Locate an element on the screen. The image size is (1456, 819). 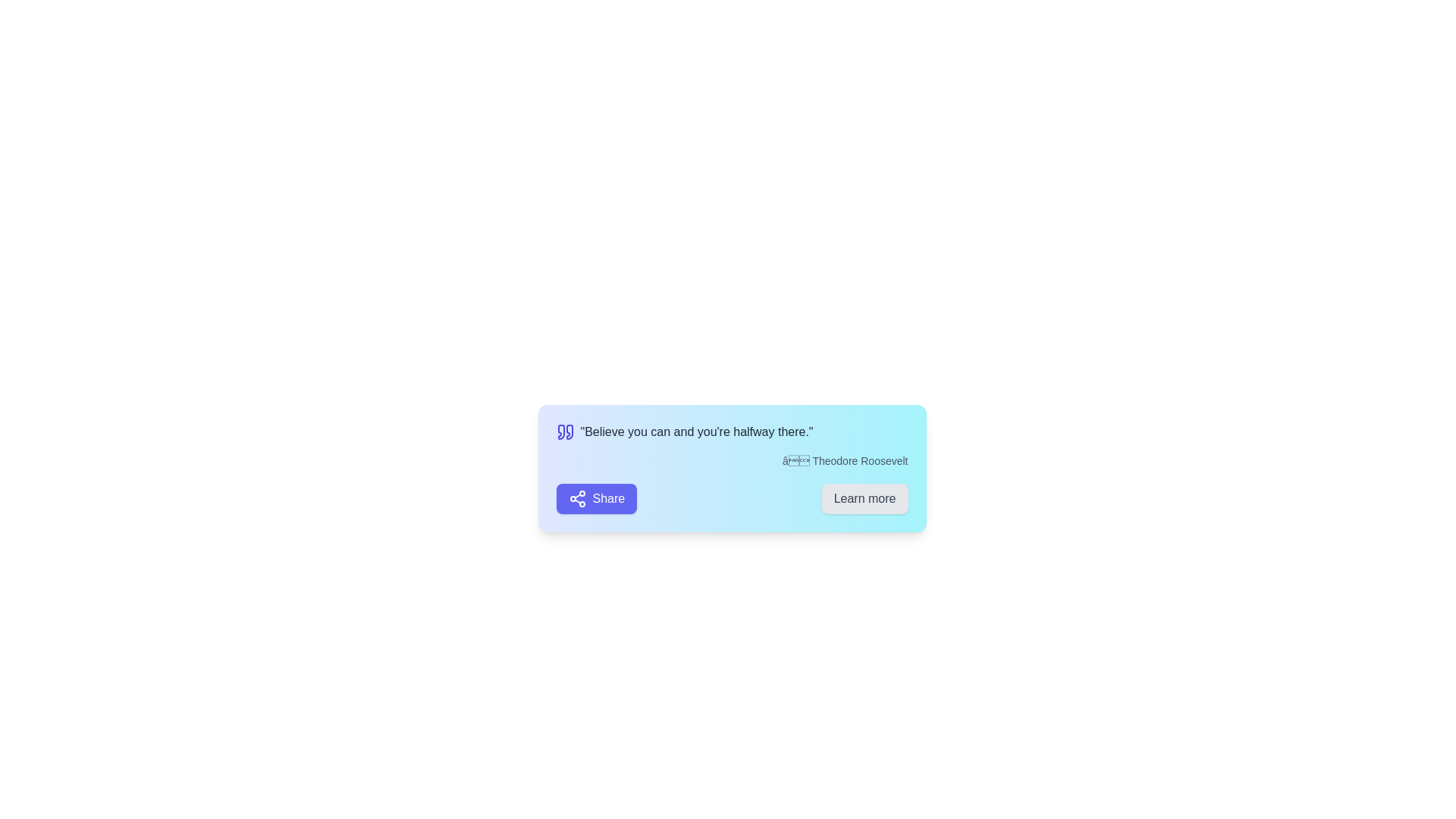
the 'Share' button with a purple background and white text is located at coordinates (595, 499).